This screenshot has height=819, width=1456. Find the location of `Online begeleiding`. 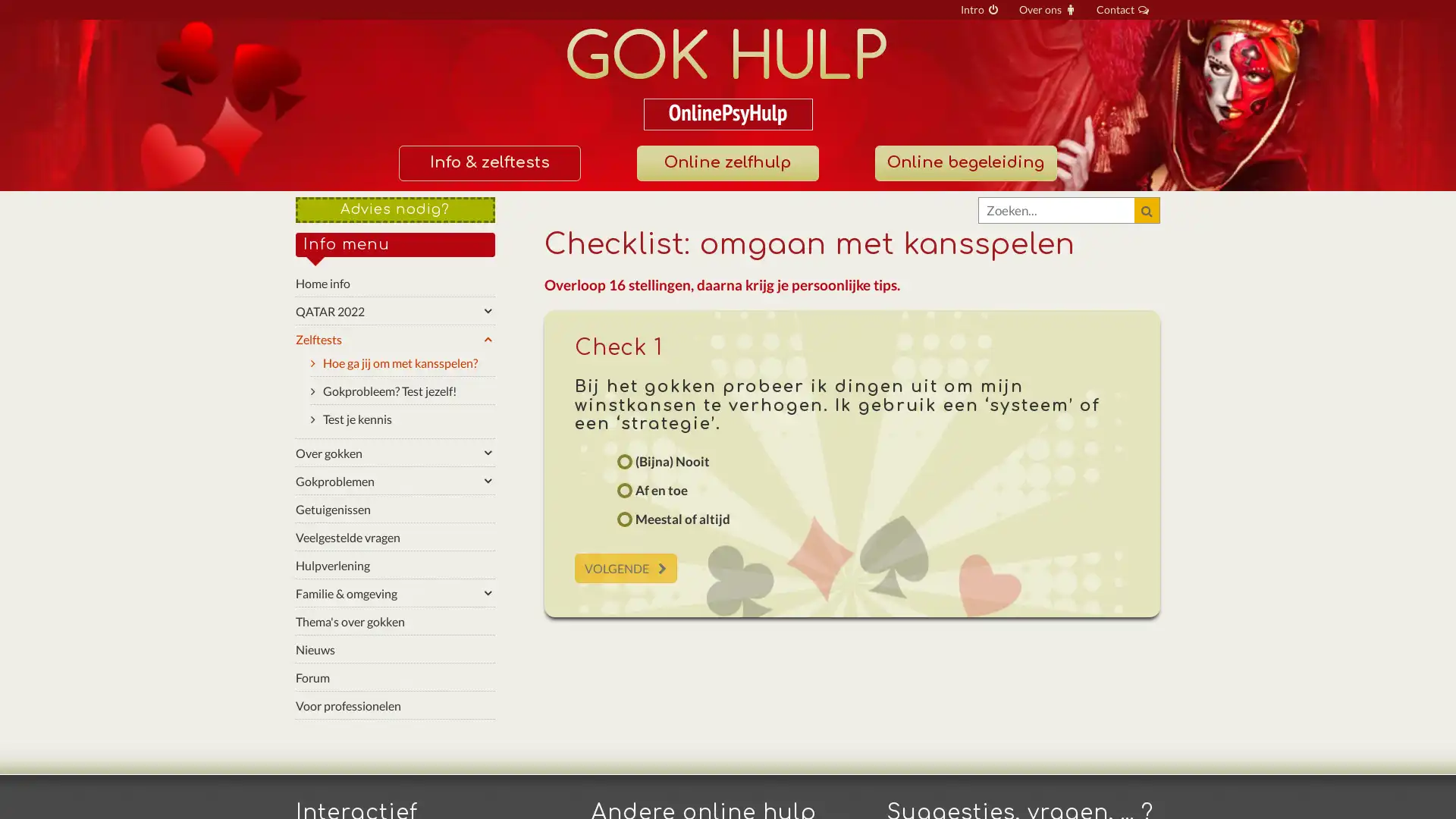

Online begeleiding is located at coordinates (964, 163).